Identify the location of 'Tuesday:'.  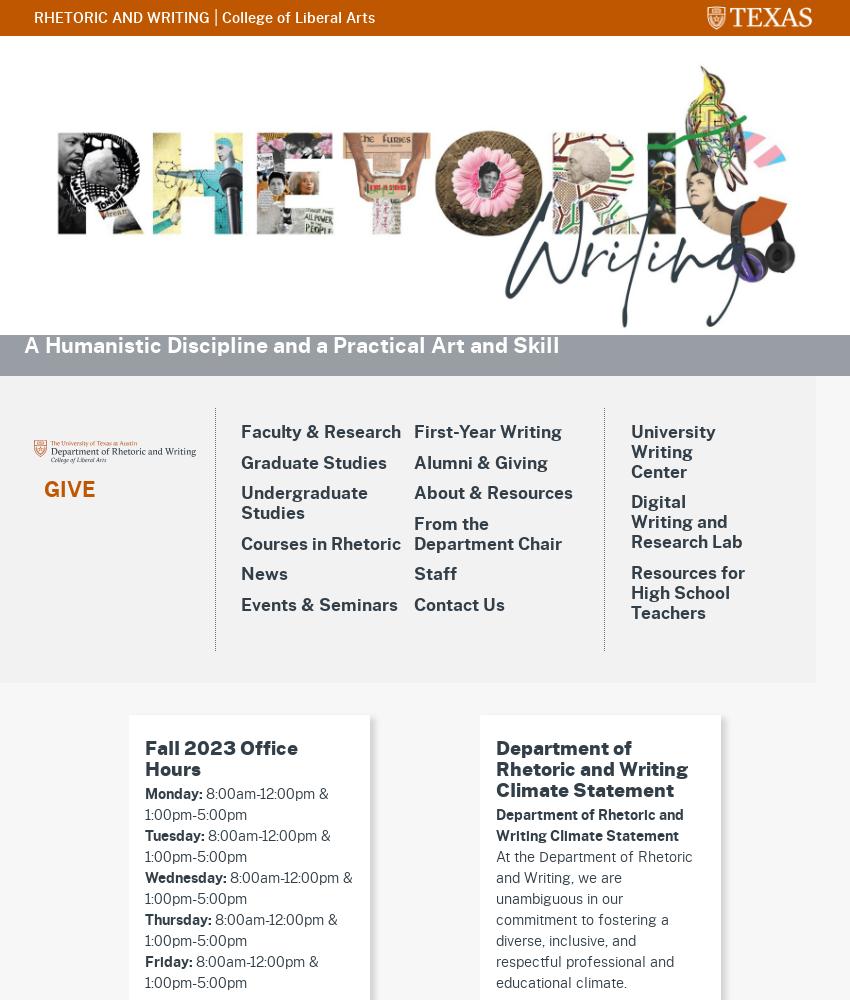
(174, 836).